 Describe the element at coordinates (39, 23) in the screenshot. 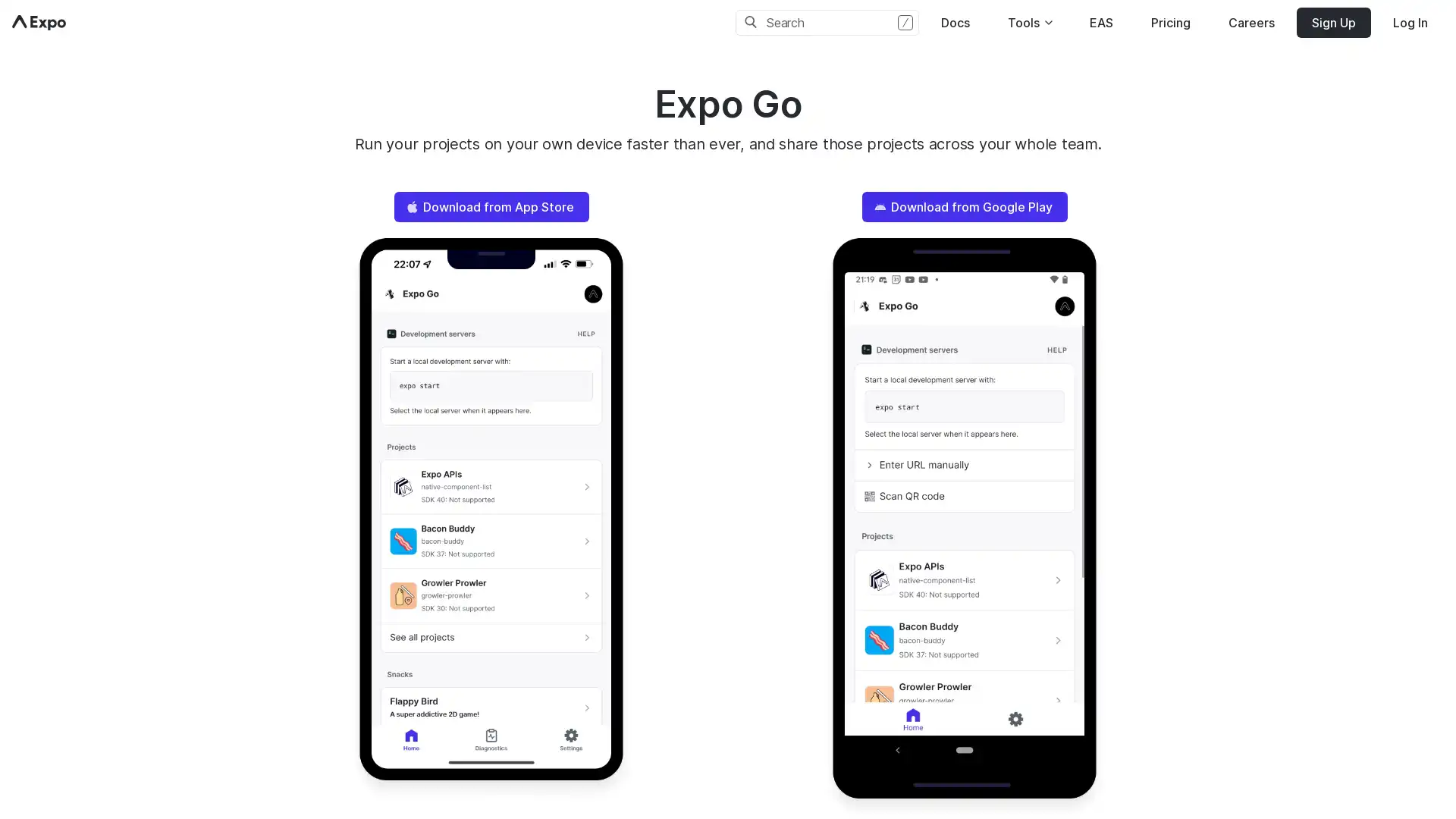

I see `Word-mark-logo` at that location.